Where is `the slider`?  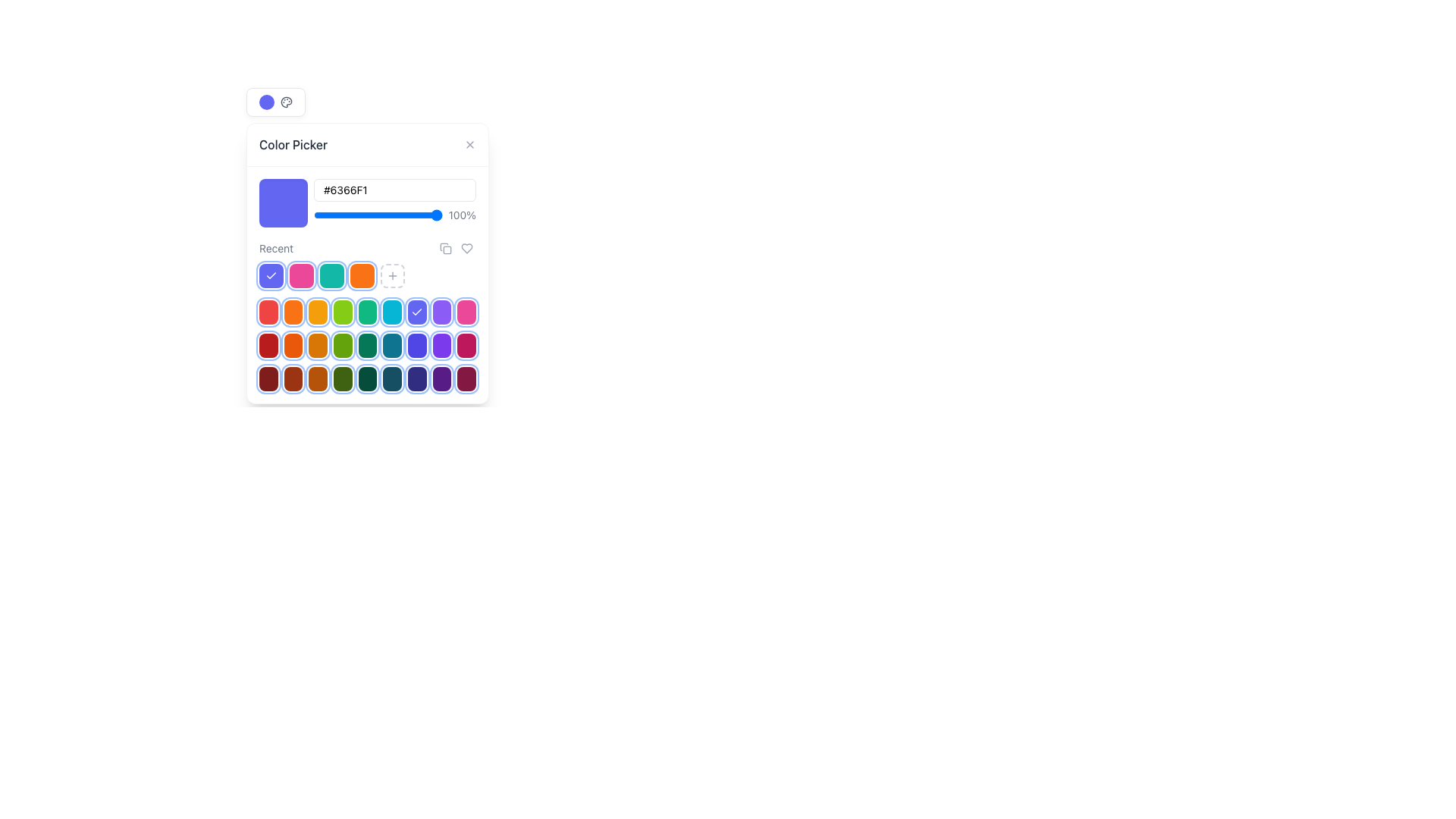
the slider is located at coordinates (435, 215).